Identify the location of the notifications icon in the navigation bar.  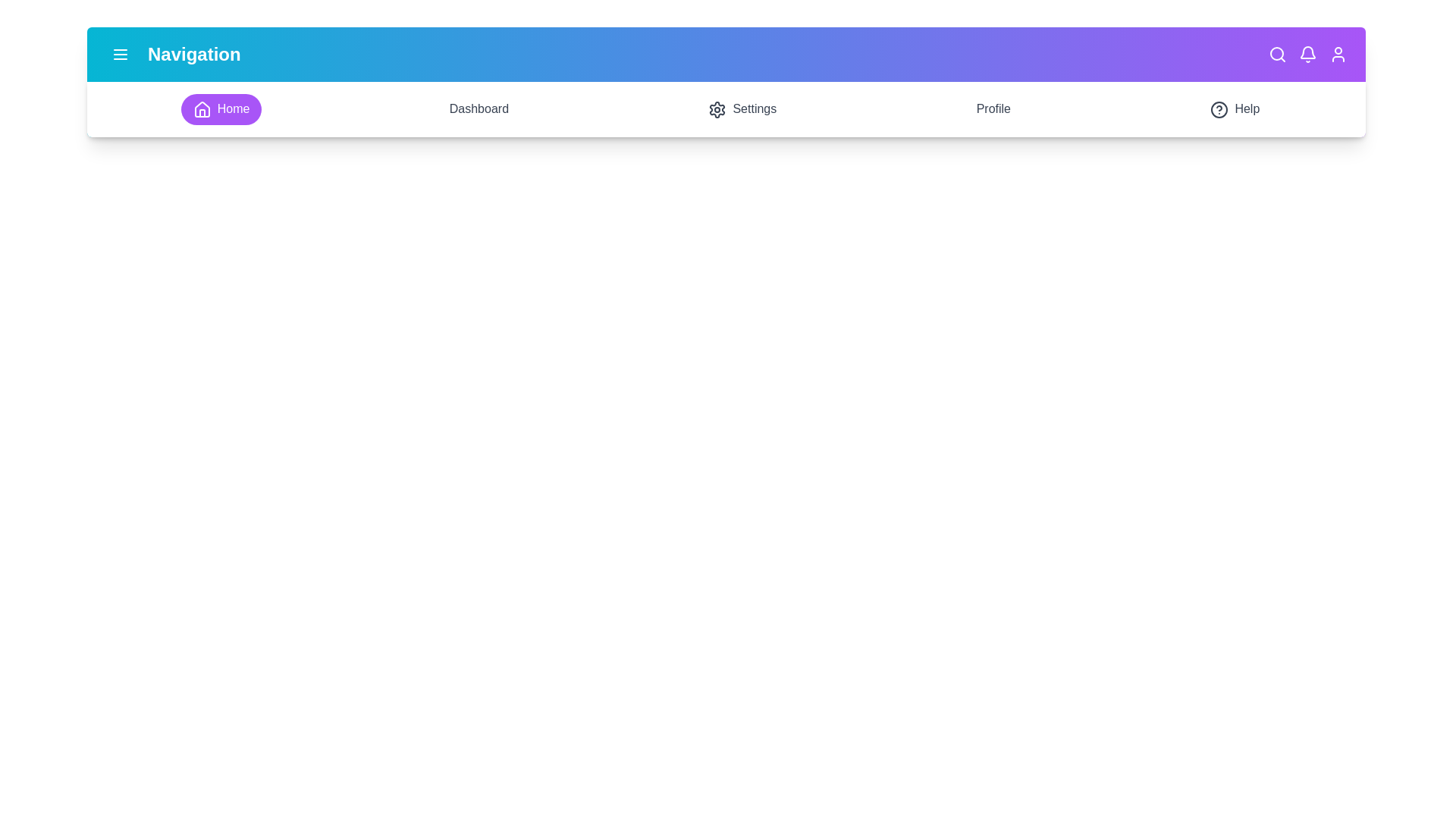
(1307, 54).